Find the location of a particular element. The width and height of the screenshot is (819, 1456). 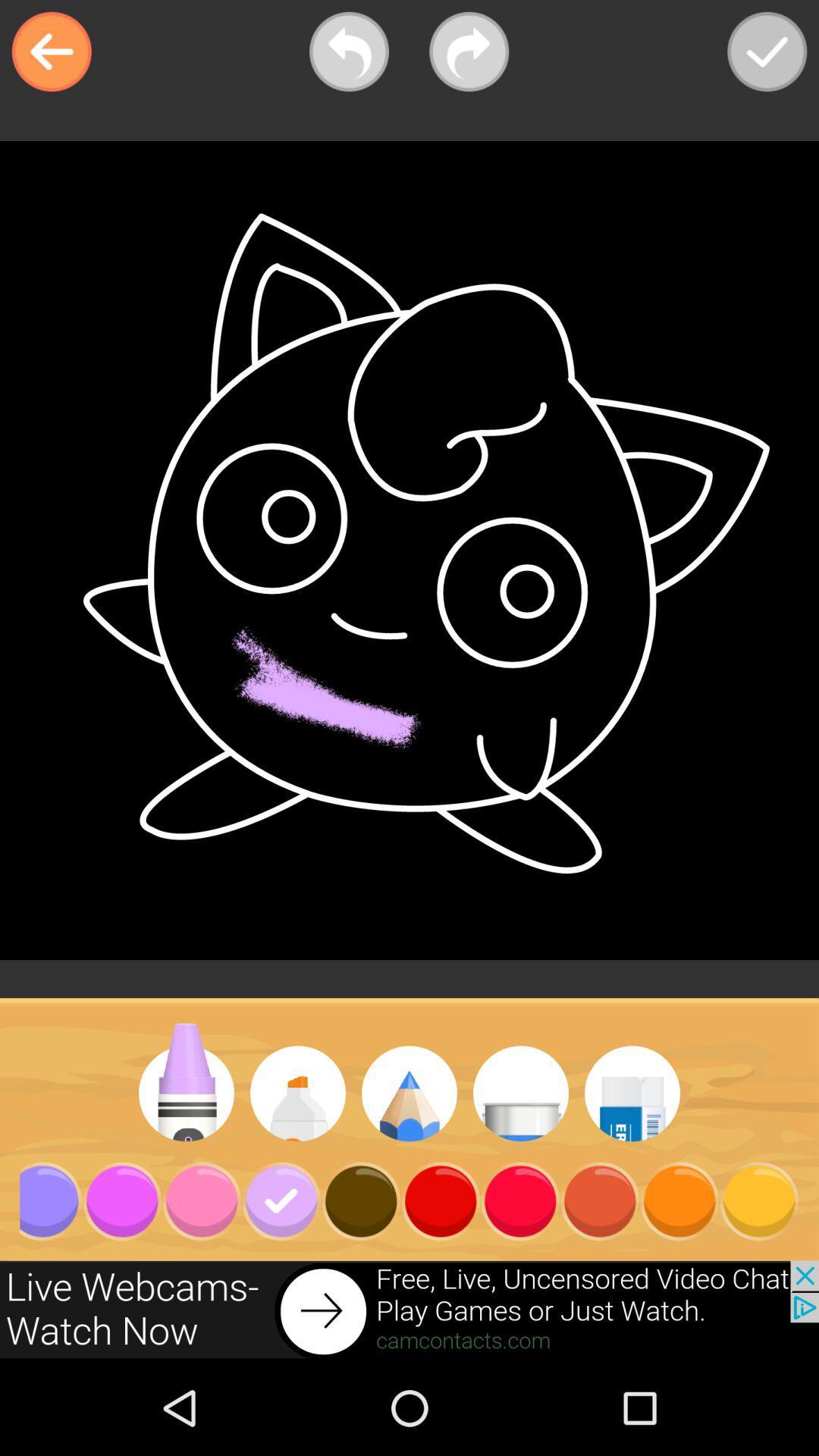

advertisement for live adult webcams is located at coordinates (409, 1310).